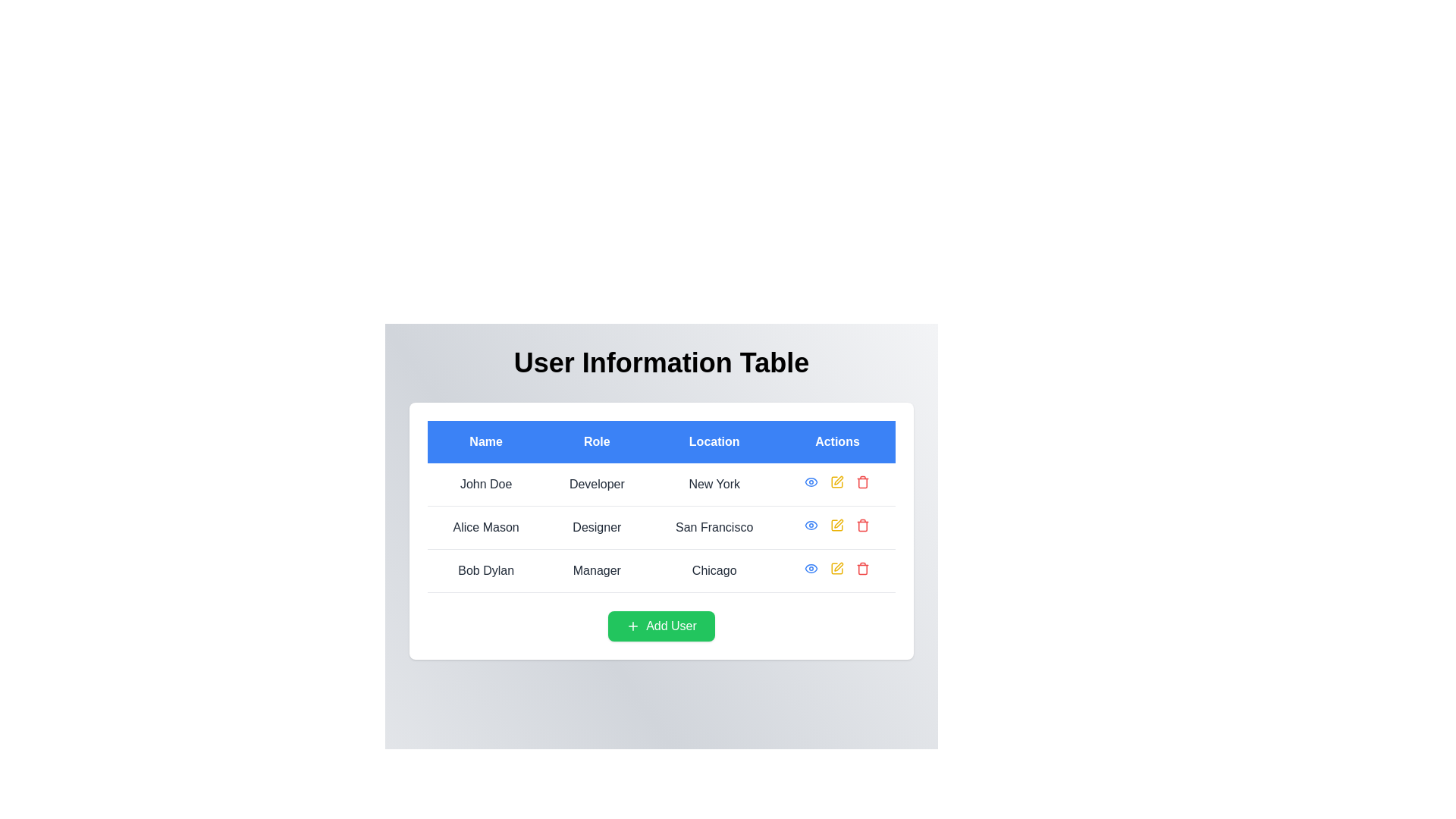  Describe the element at coordinates (596, 441) in the screenshot. I see `the blue button-like table header cell labeled 'Role', which is positioned second from the left among its siblings ('Name', 'Role', 'Location', 'Actions')` at that location.